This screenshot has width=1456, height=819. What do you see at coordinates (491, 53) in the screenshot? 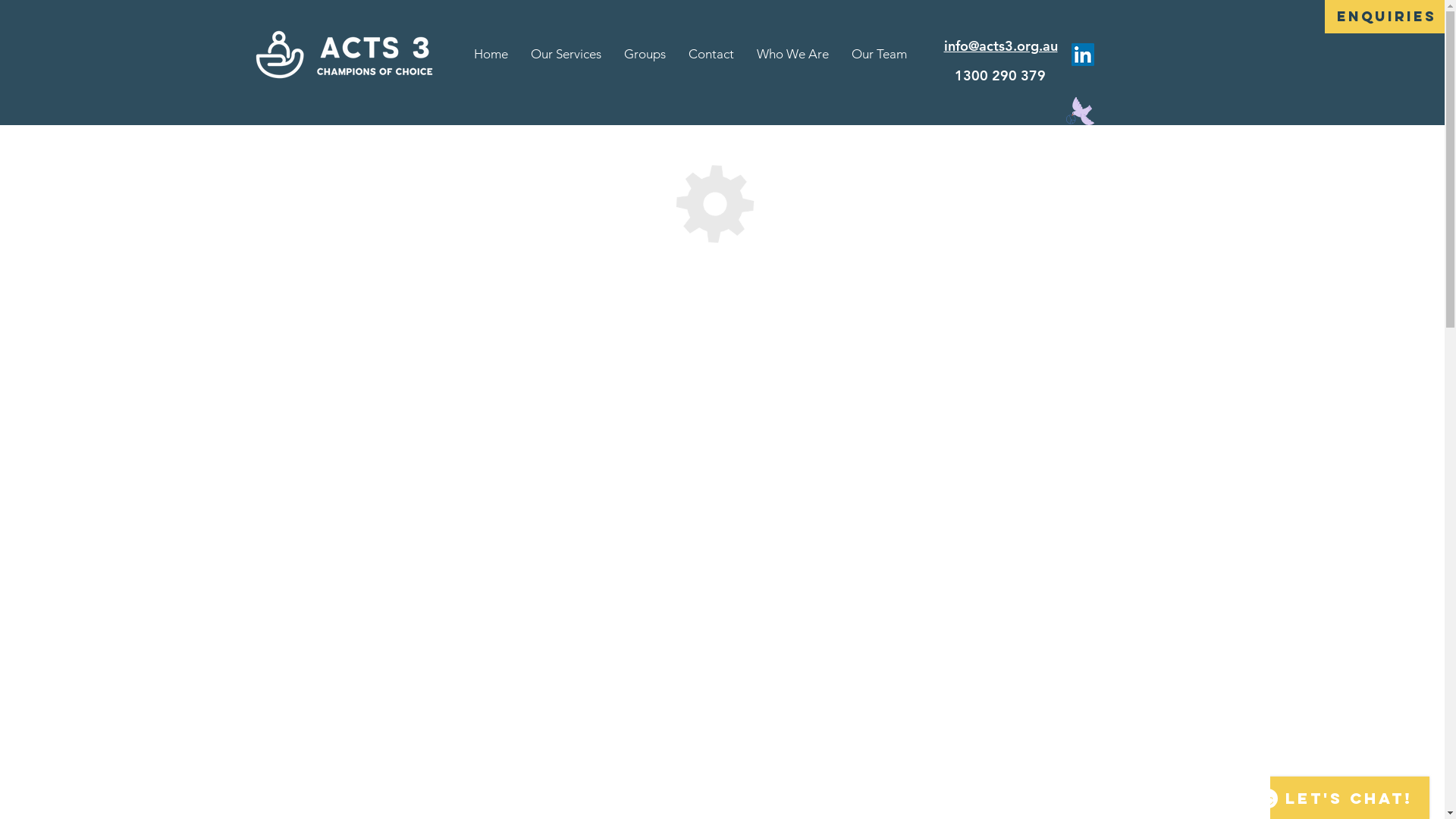
I see `'Home'` at bounding box center [491, 53].